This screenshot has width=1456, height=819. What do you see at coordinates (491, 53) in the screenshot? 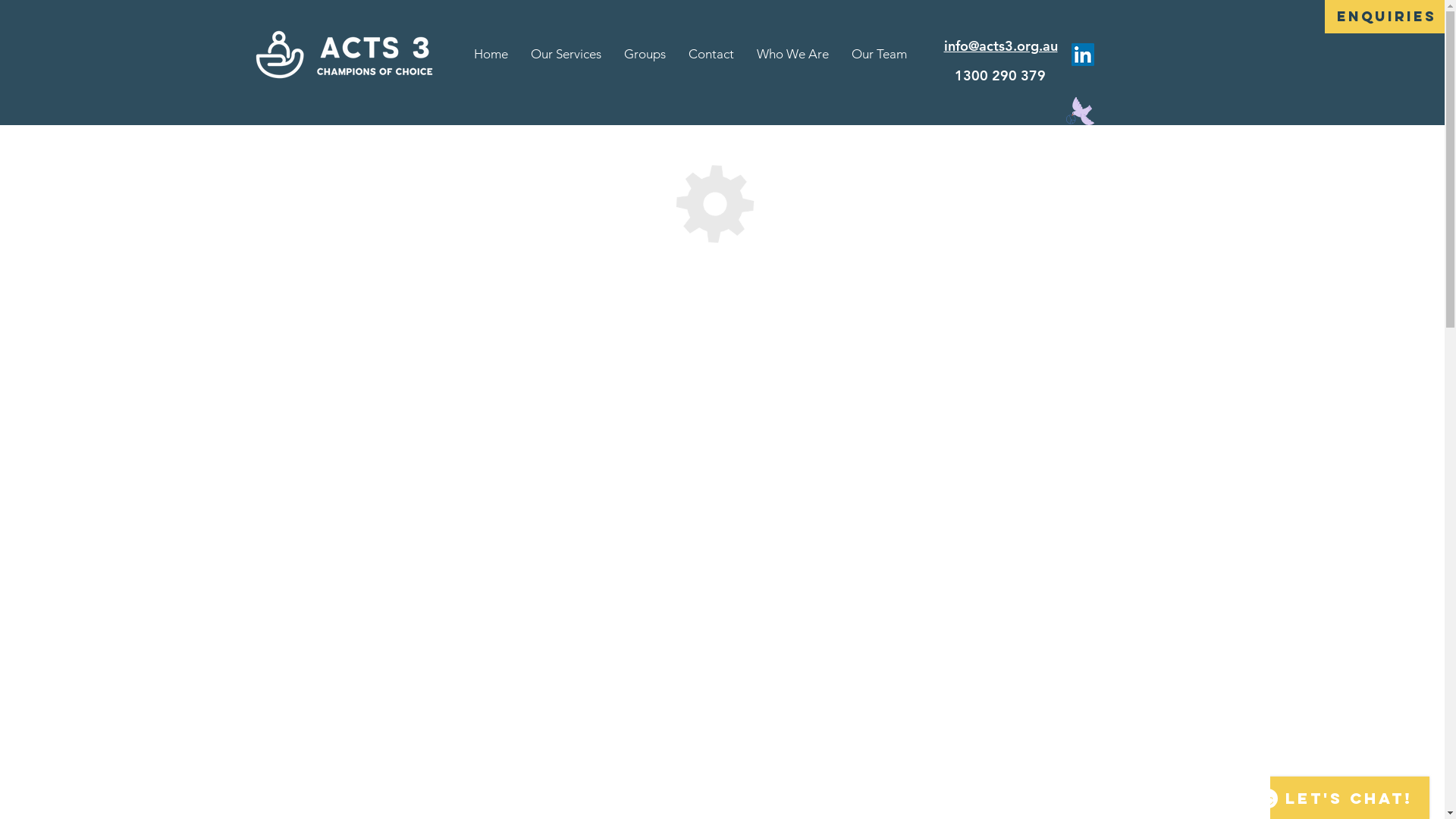
I see `'Home'` at bounding box center [491, 53].